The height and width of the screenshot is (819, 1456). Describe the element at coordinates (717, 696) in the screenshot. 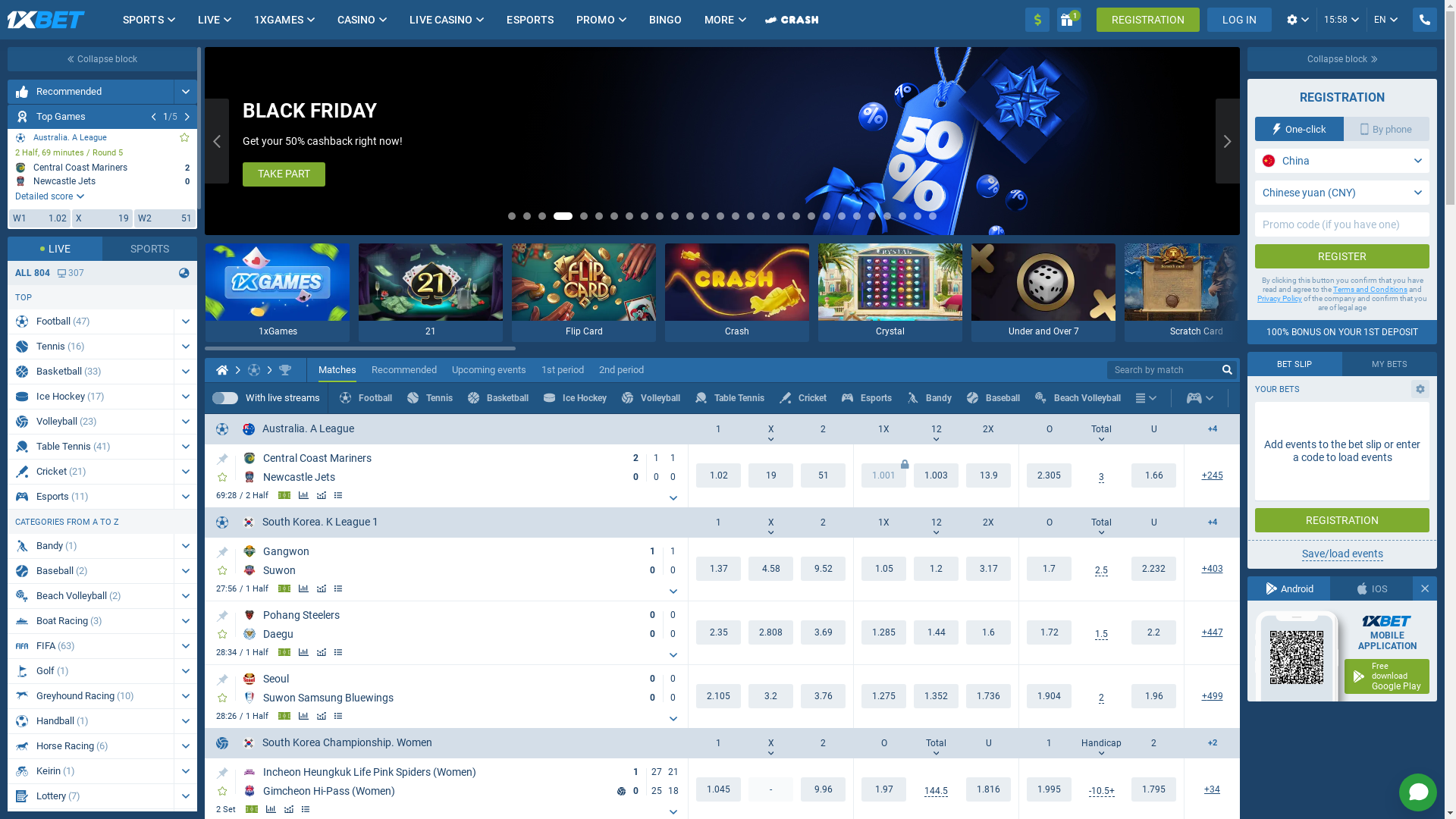

I see `'2.105'` at that location.